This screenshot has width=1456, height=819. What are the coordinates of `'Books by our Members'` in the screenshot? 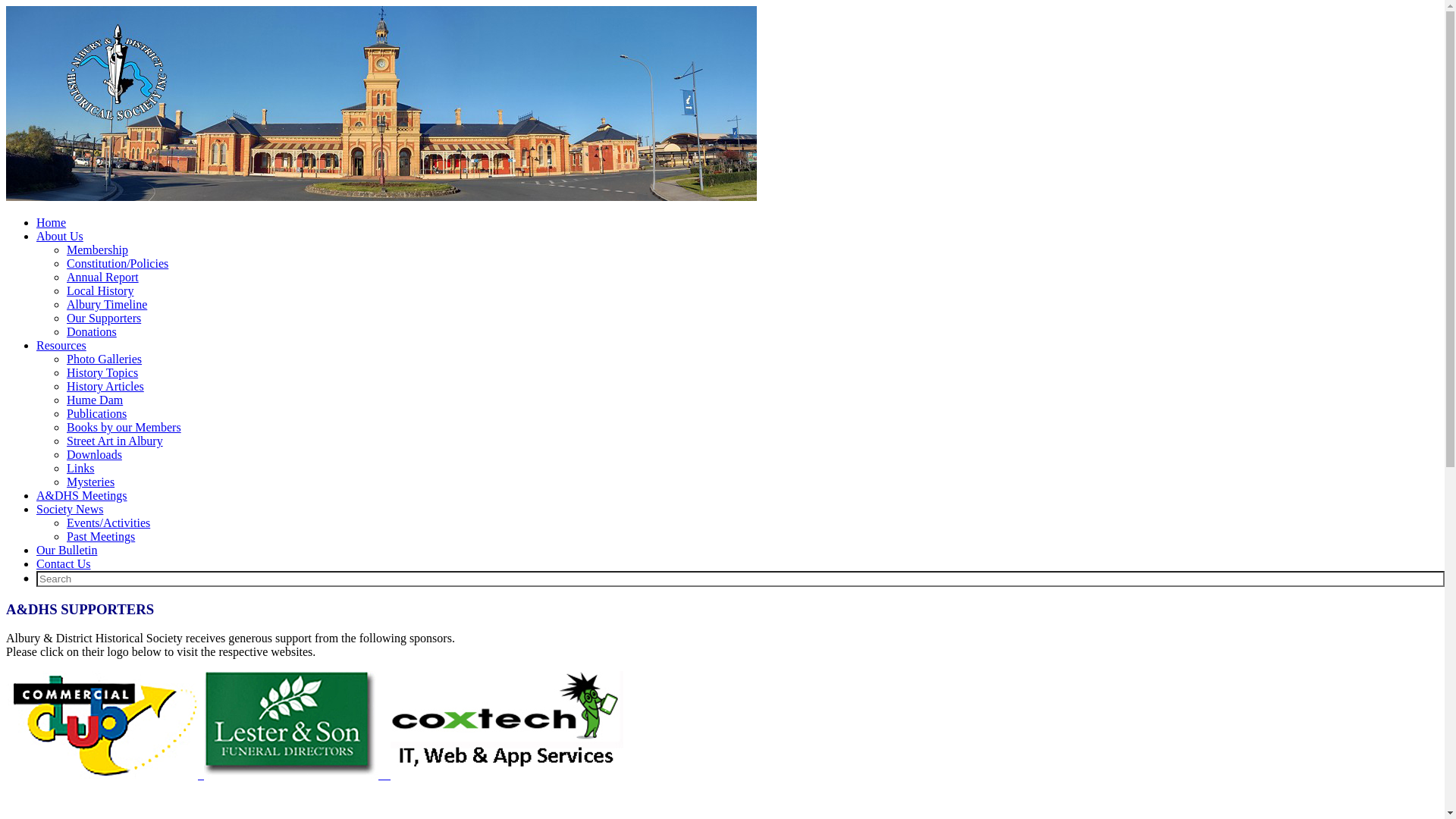 It's located at (124, 427).